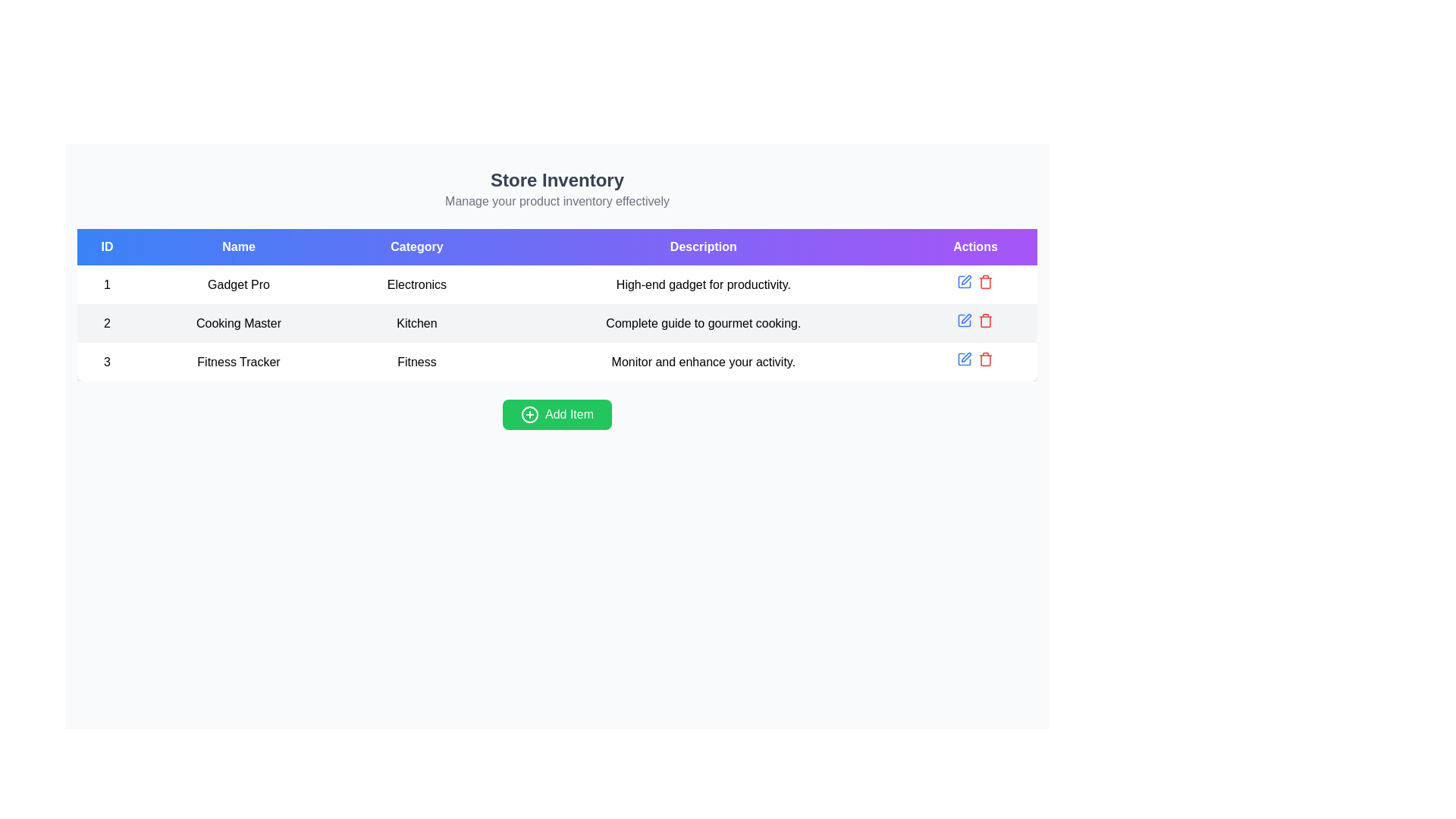  Describe the element at coordinates (238, 322) in the screenshot. I see `the Text label located in the second column of the second row of the table, positioned between '2' and 'Kitchen'` at that location.